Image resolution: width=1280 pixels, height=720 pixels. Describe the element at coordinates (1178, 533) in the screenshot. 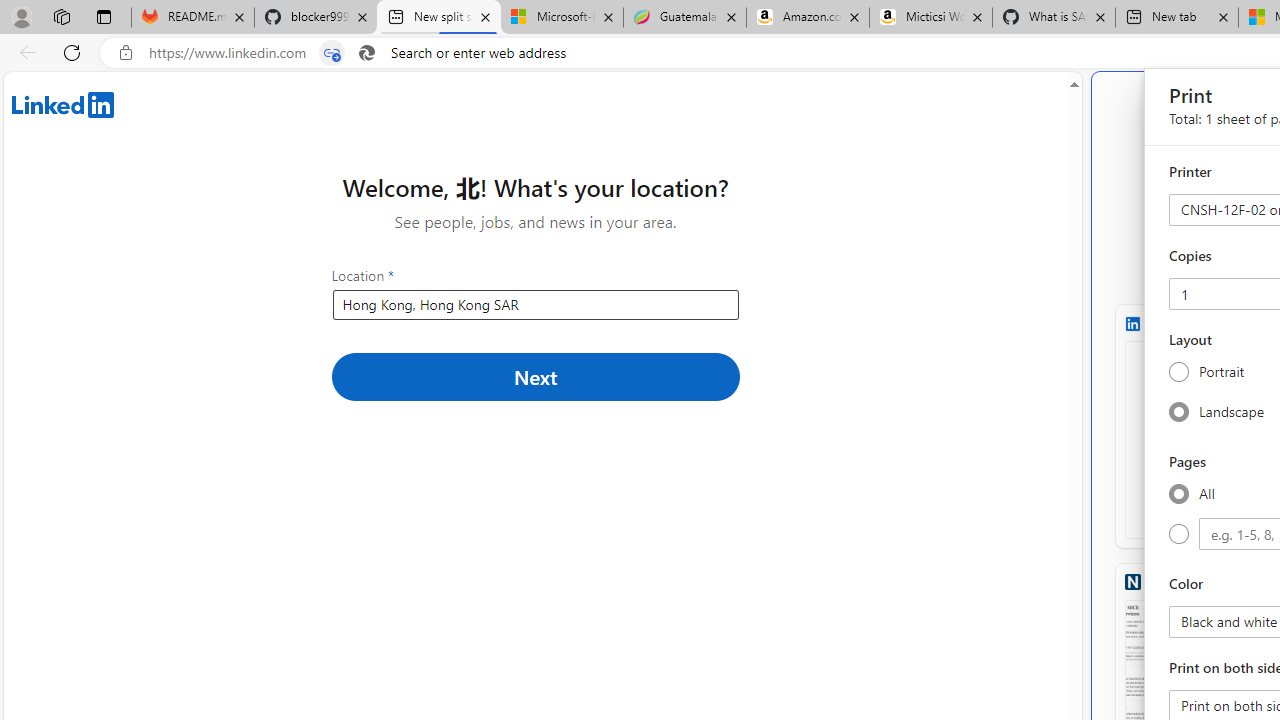

I see `'Custom'` at that location.